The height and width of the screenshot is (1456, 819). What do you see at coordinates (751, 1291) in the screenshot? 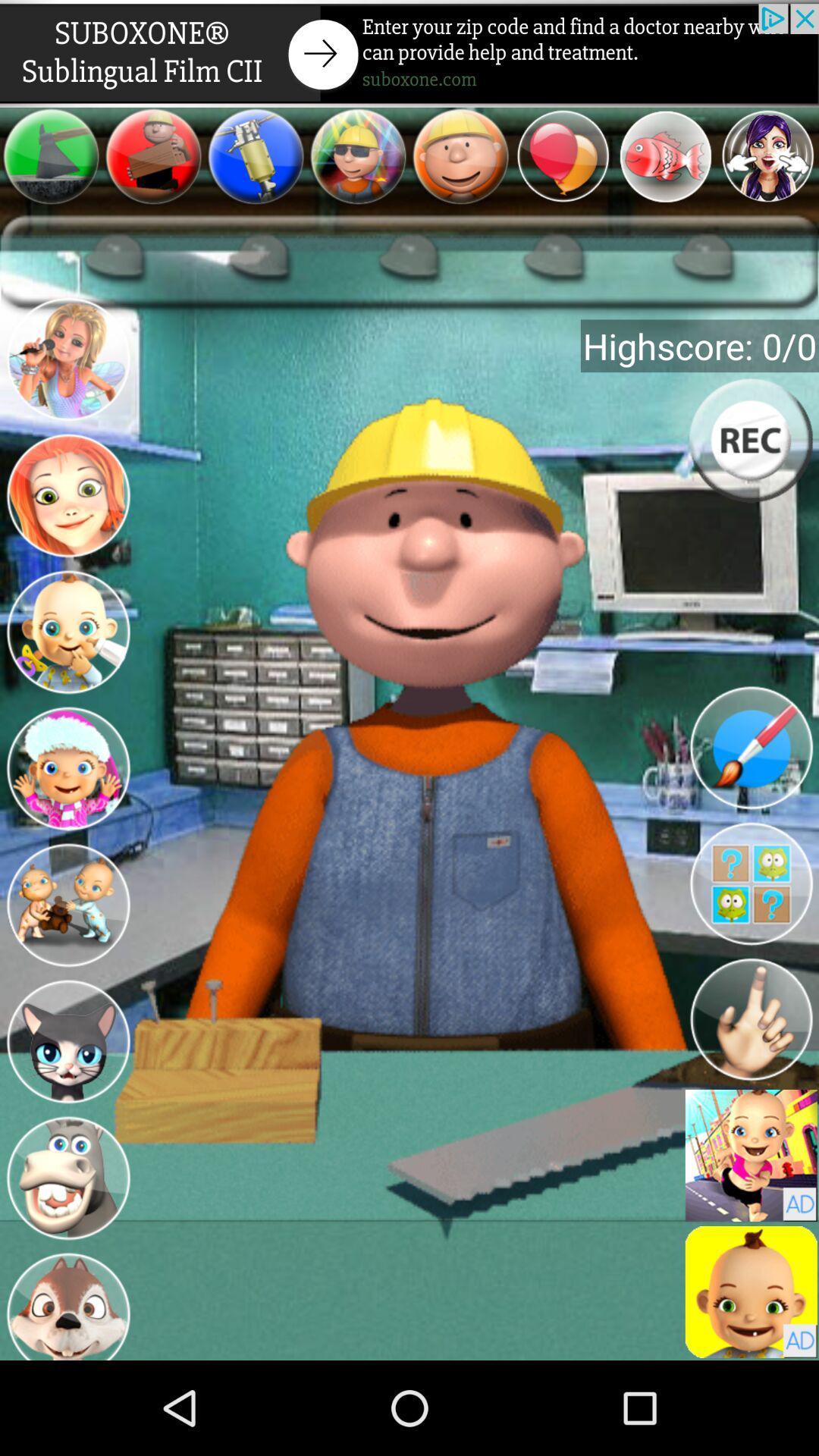
I see `a select option` at bounding box center [751, 1291].